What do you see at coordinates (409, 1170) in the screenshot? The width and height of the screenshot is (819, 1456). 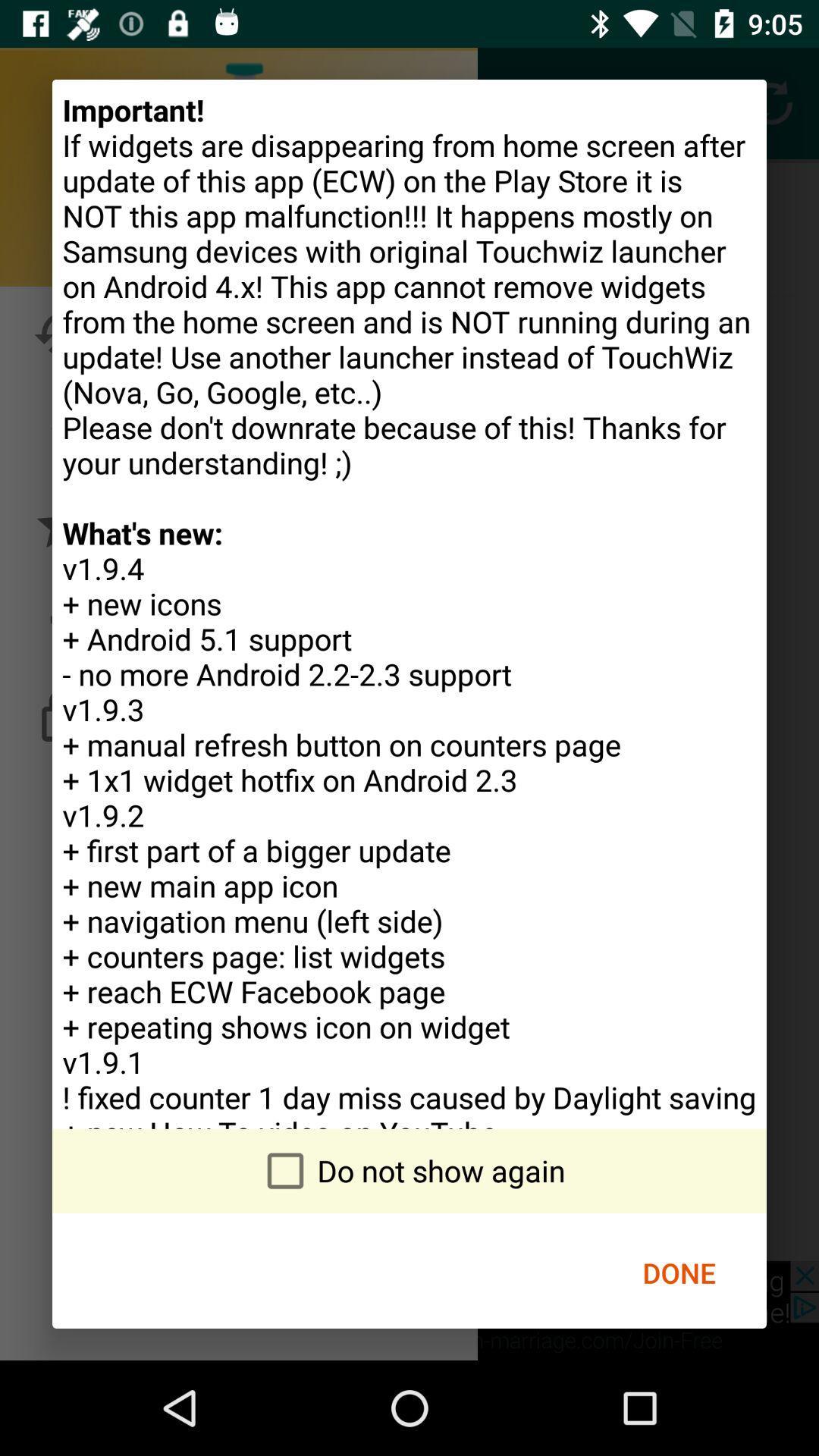 I see `the do not show` at bounding box center [409, 1170].